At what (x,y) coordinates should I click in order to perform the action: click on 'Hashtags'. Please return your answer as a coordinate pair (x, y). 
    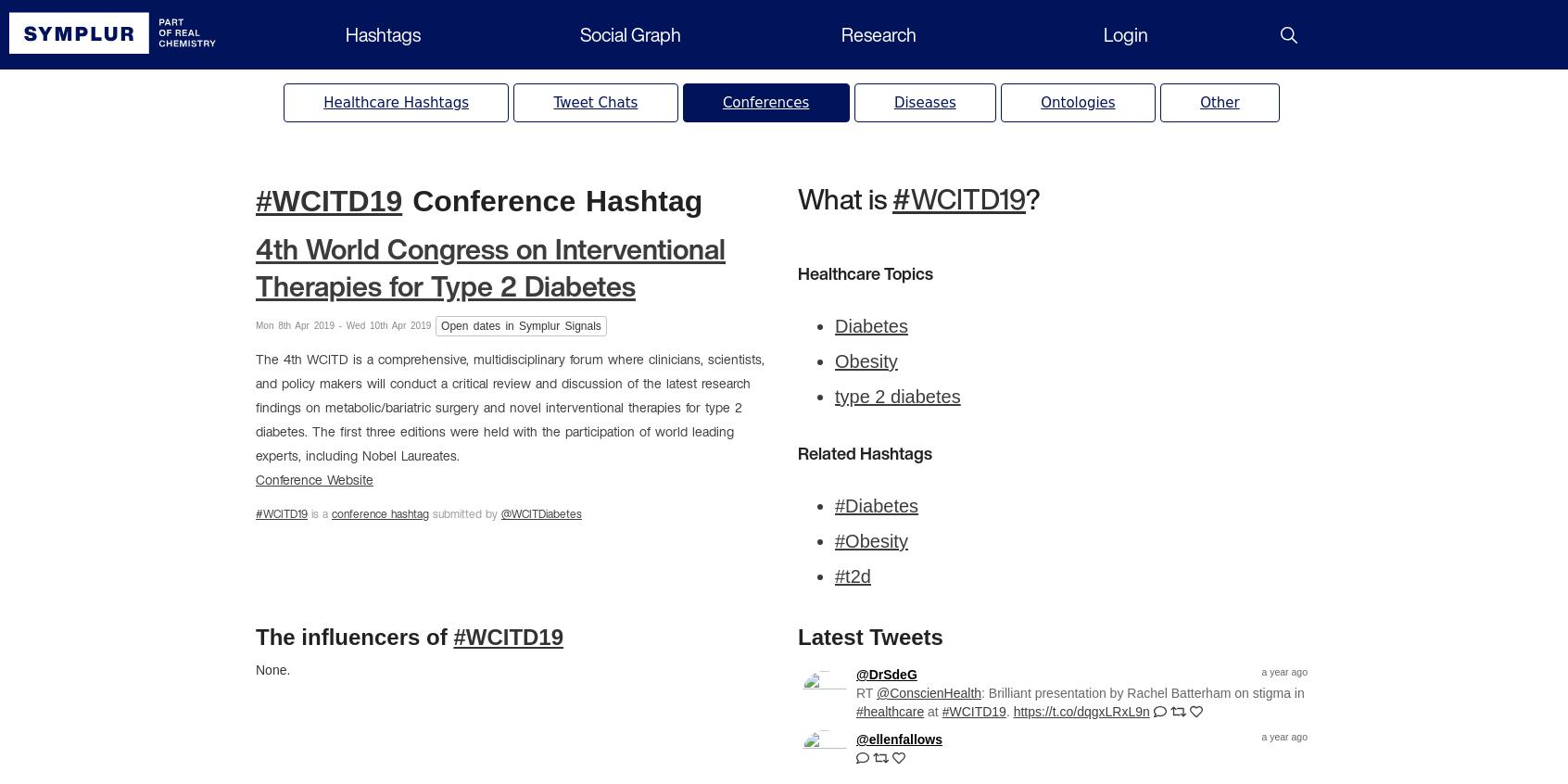
    Looking at the image, I should click on (383, 33).